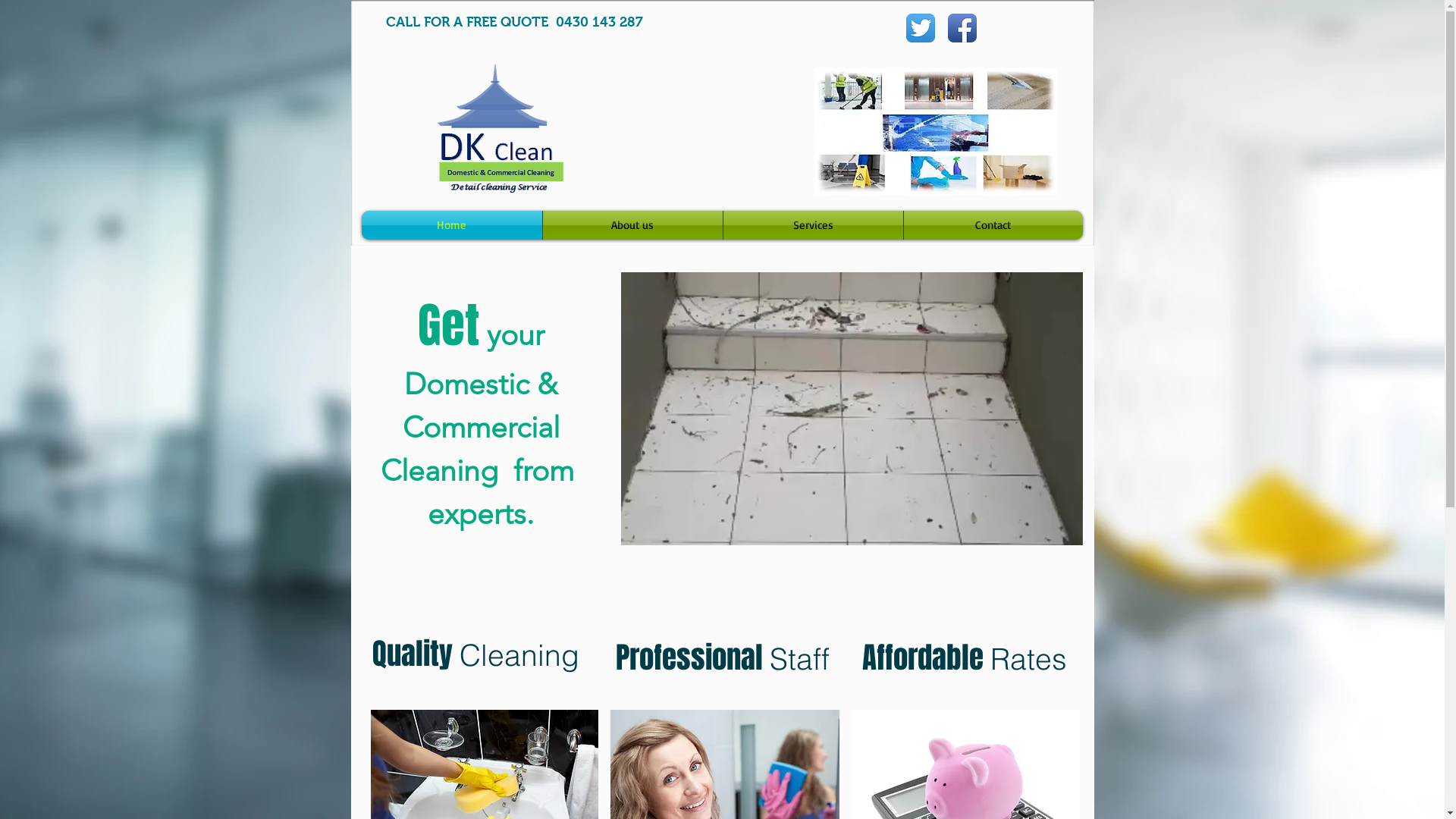 This screenshot has width=1456, height=819. Describe the element at coordinates (512, 334) in the screenshot. I see `'your'` at that location.